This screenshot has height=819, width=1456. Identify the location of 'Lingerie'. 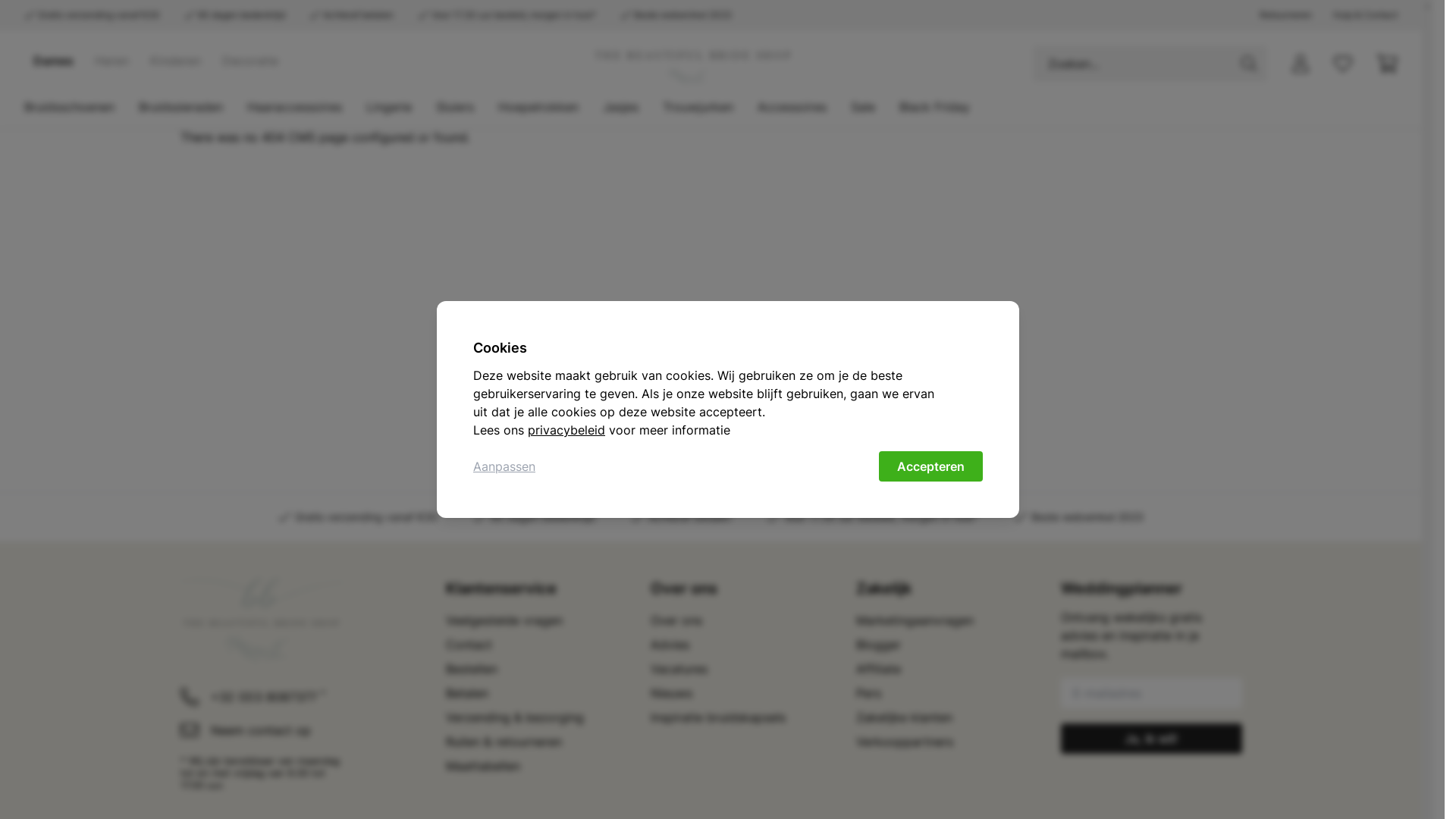
(389, 106).